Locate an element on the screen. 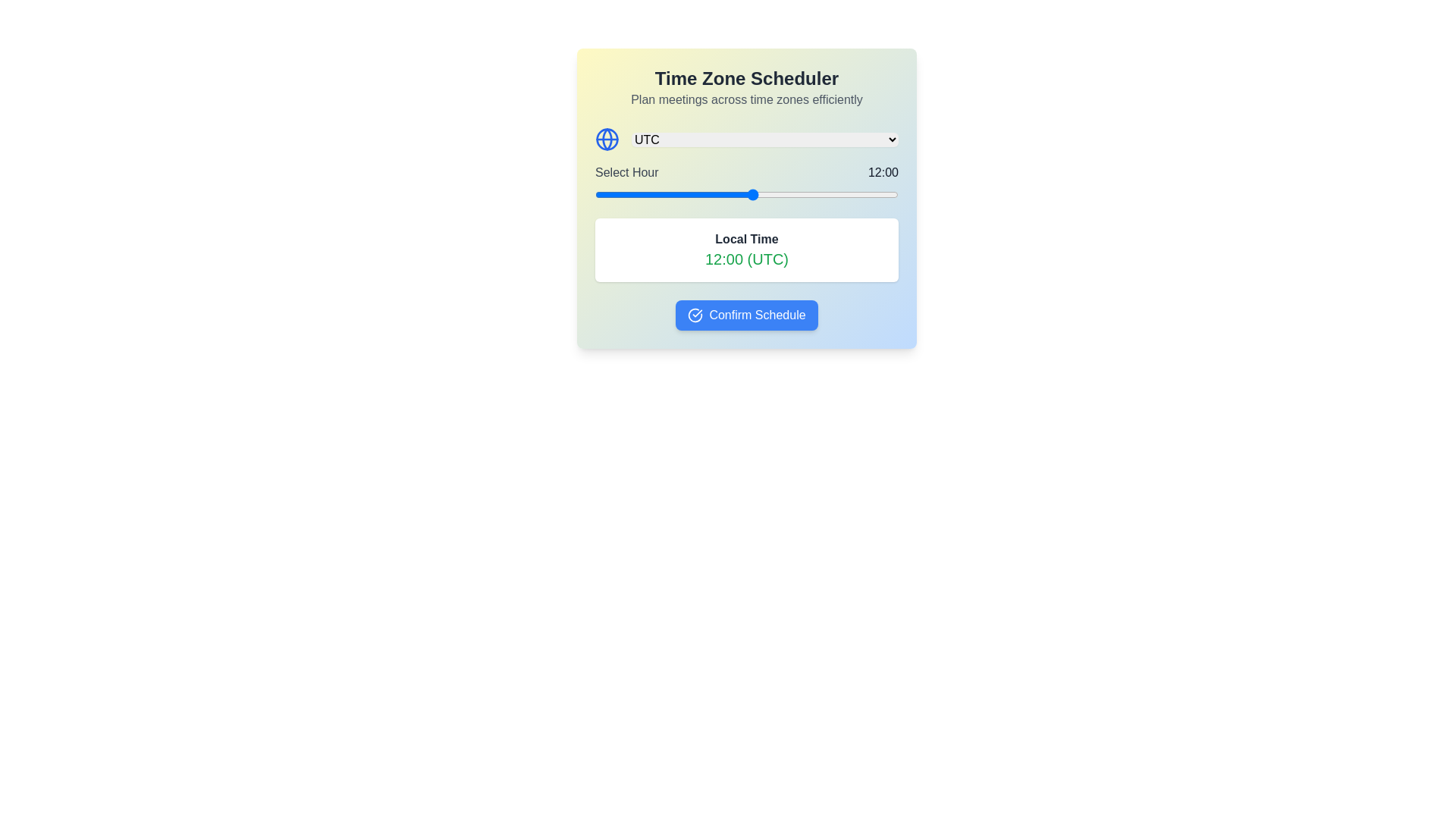  the Header text element, which serves as the title for the interface section and is positioned above the subtitle 'Plan meetings across time zones efficiently' is located at coordinates (746, 79).